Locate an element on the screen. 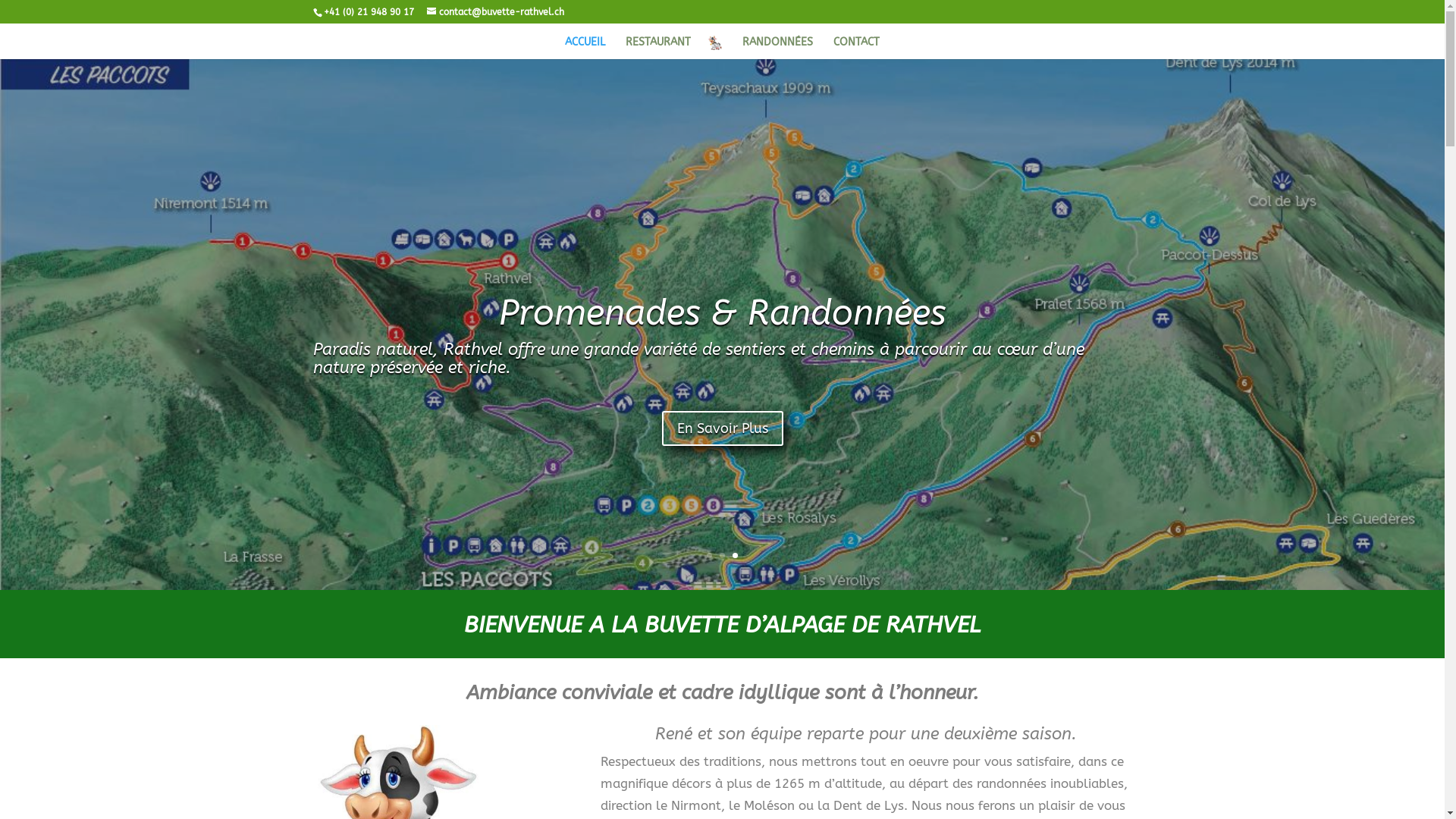  'contact@buvette-rathvel.ch' is located at coordinates (494, 11).